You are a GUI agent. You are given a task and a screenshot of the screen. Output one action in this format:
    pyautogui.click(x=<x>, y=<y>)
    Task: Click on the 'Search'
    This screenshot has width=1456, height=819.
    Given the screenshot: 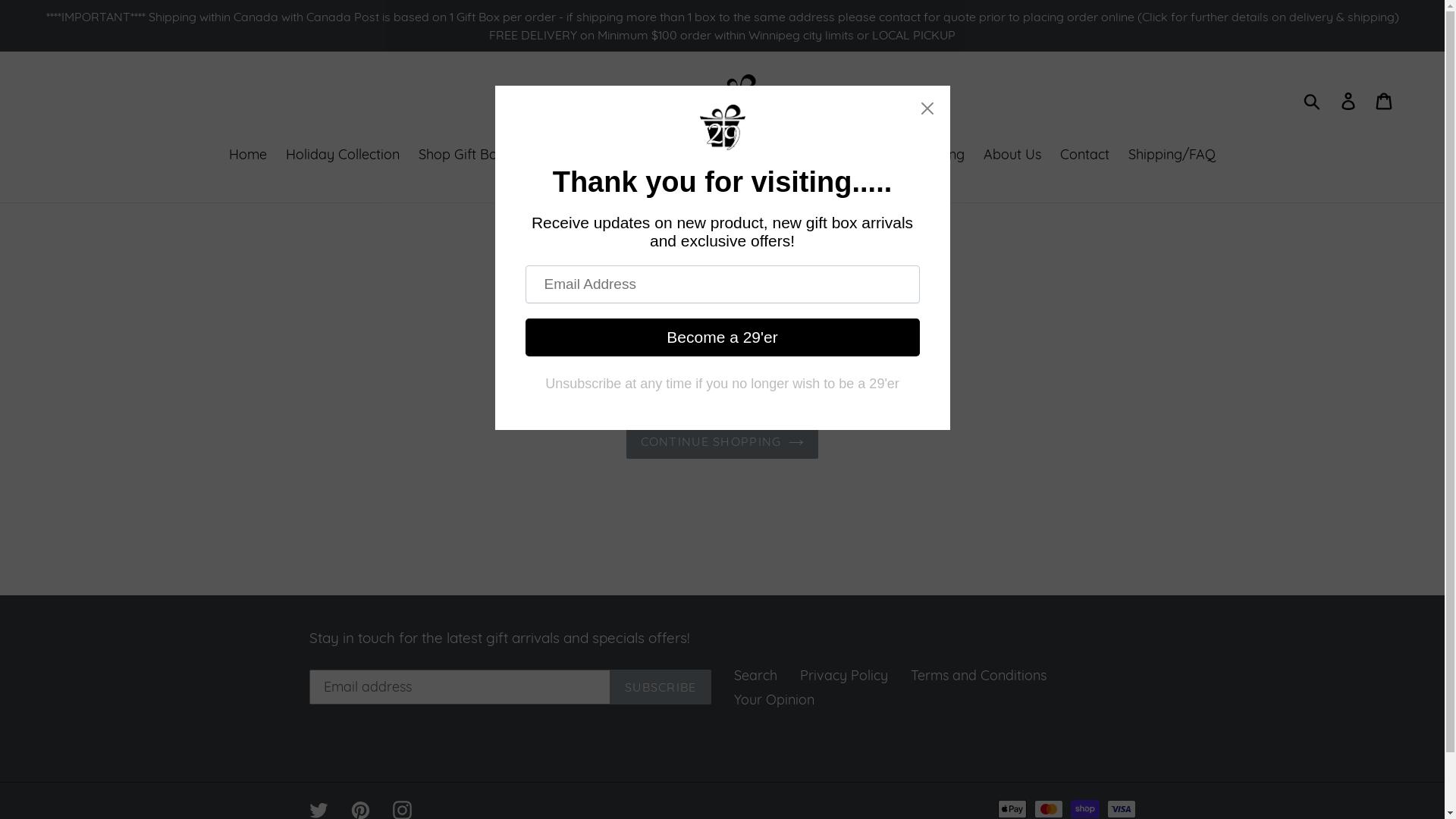 What is the action you would take?
    pyautogui.click(x=755, y=674)
    